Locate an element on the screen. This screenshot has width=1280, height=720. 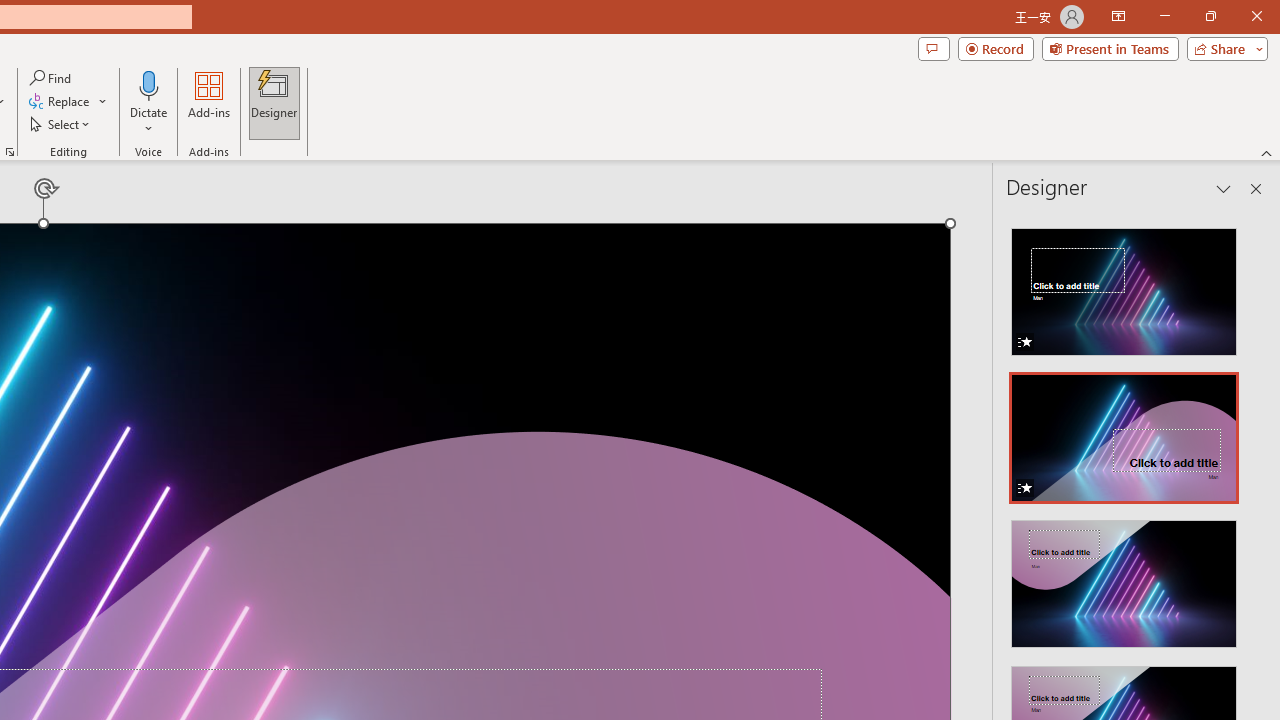
'Ribbon Display Options' is located at coordinates (1117, 16).